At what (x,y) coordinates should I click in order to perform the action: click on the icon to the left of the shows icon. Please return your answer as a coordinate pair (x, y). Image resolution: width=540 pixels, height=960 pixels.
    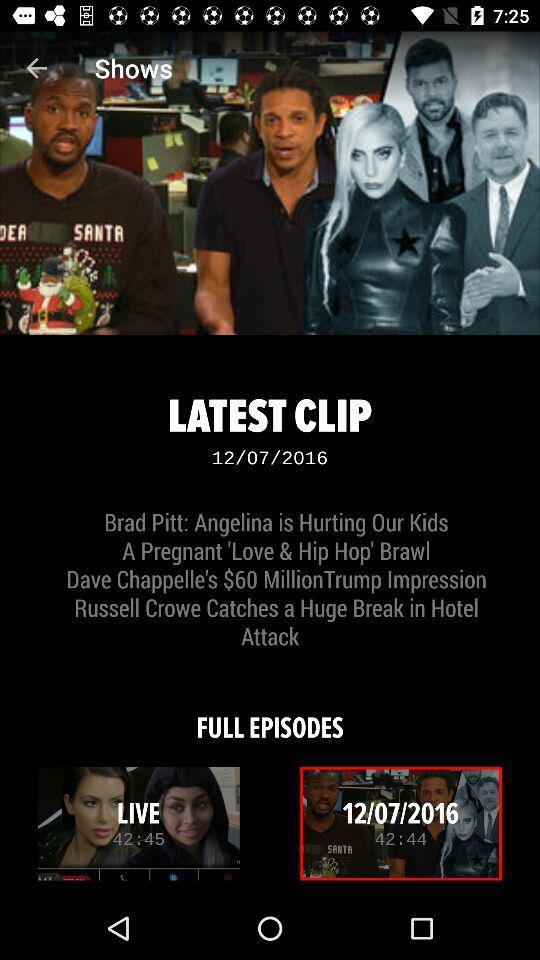
    Looking at the image, I should click on (36, 68).